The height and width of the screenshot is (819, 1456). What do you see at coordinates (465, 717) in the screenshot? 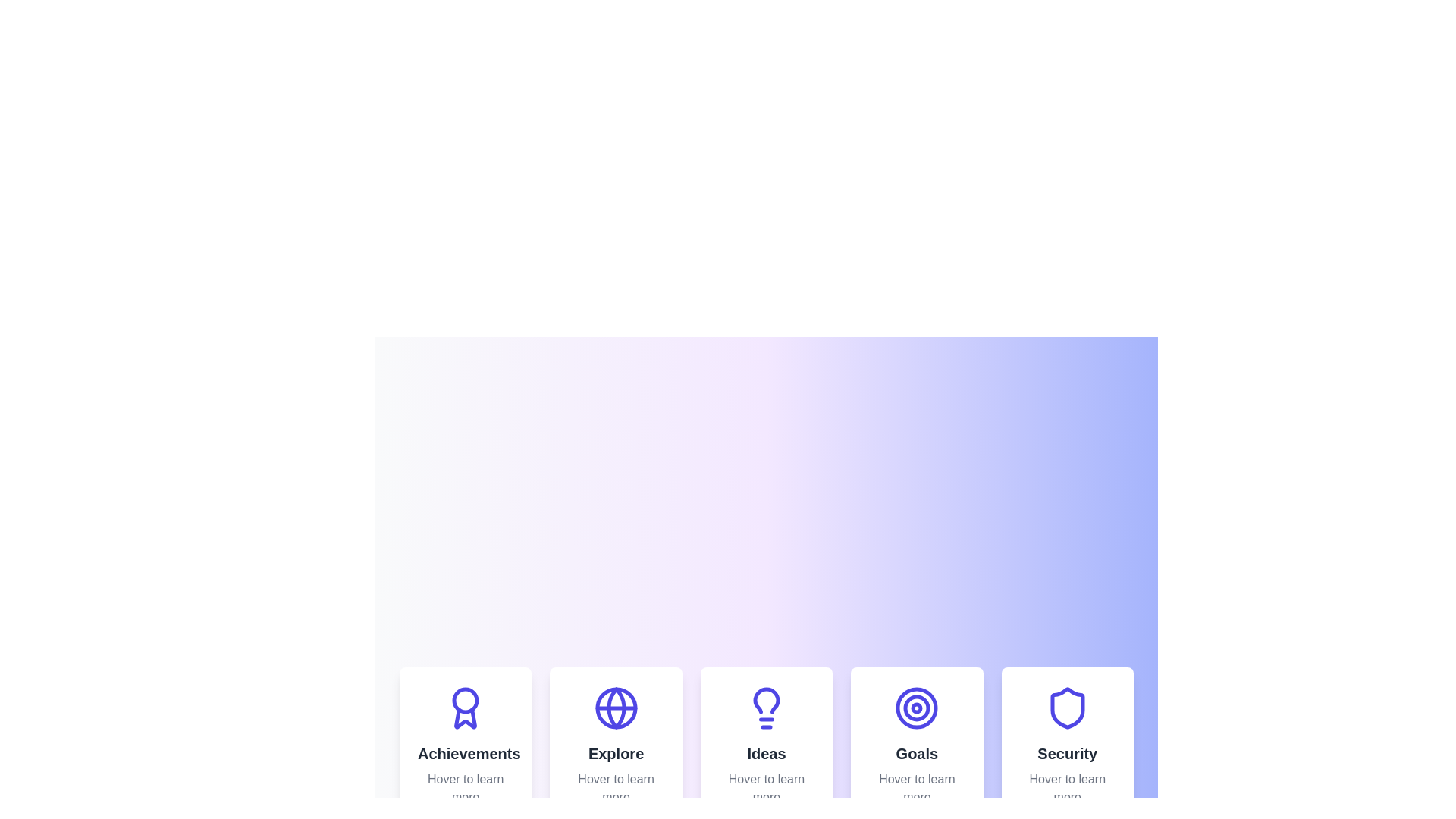
I see `the blue SVG ribbon or badge icon located beneath the circular centerpiece in the 'Achievements' card section, which is the first card from the left in the bottom-most row` at bounding box center [465, 717].